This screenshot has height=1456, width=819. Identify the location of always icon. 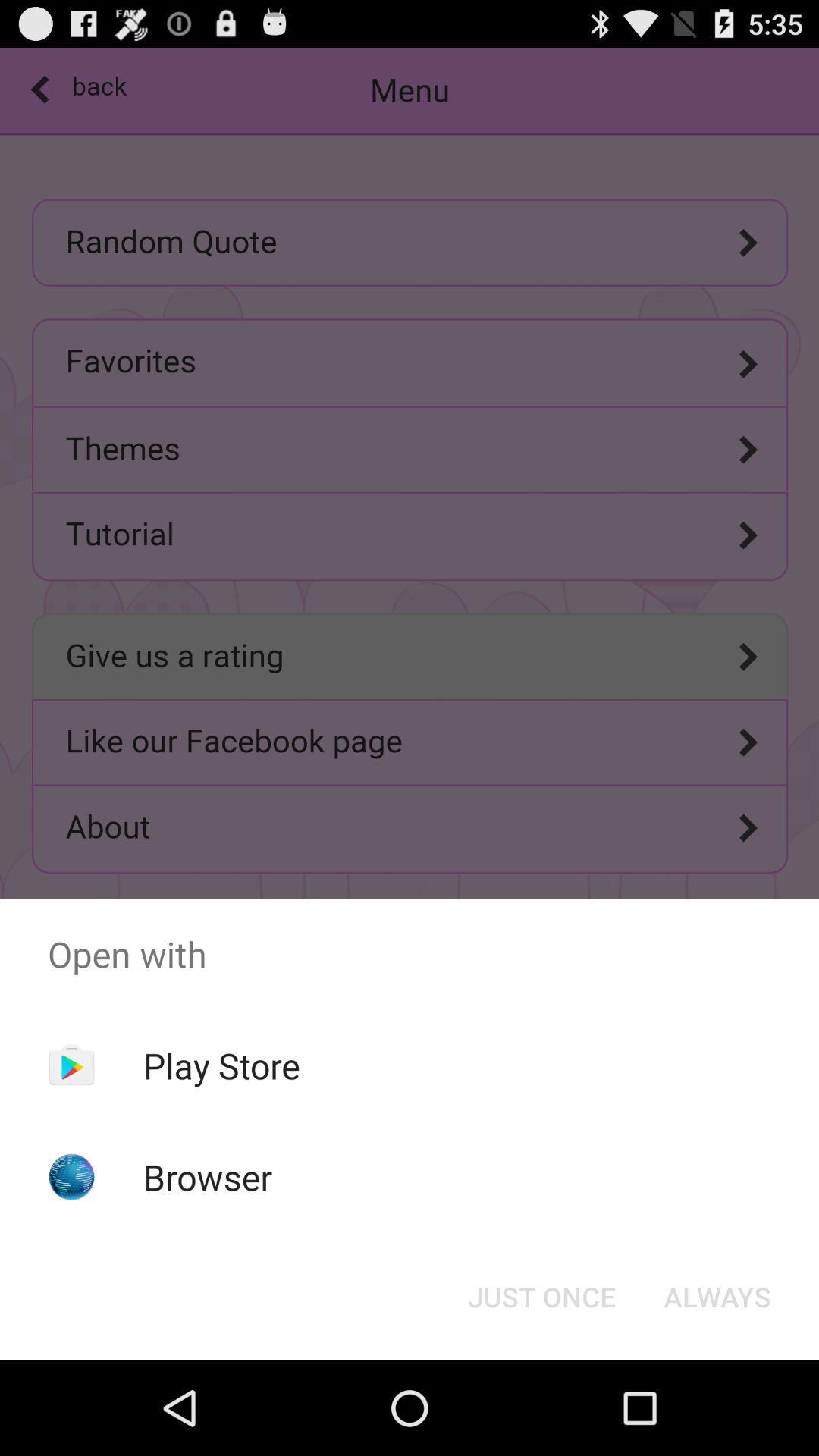
(717, 1295).